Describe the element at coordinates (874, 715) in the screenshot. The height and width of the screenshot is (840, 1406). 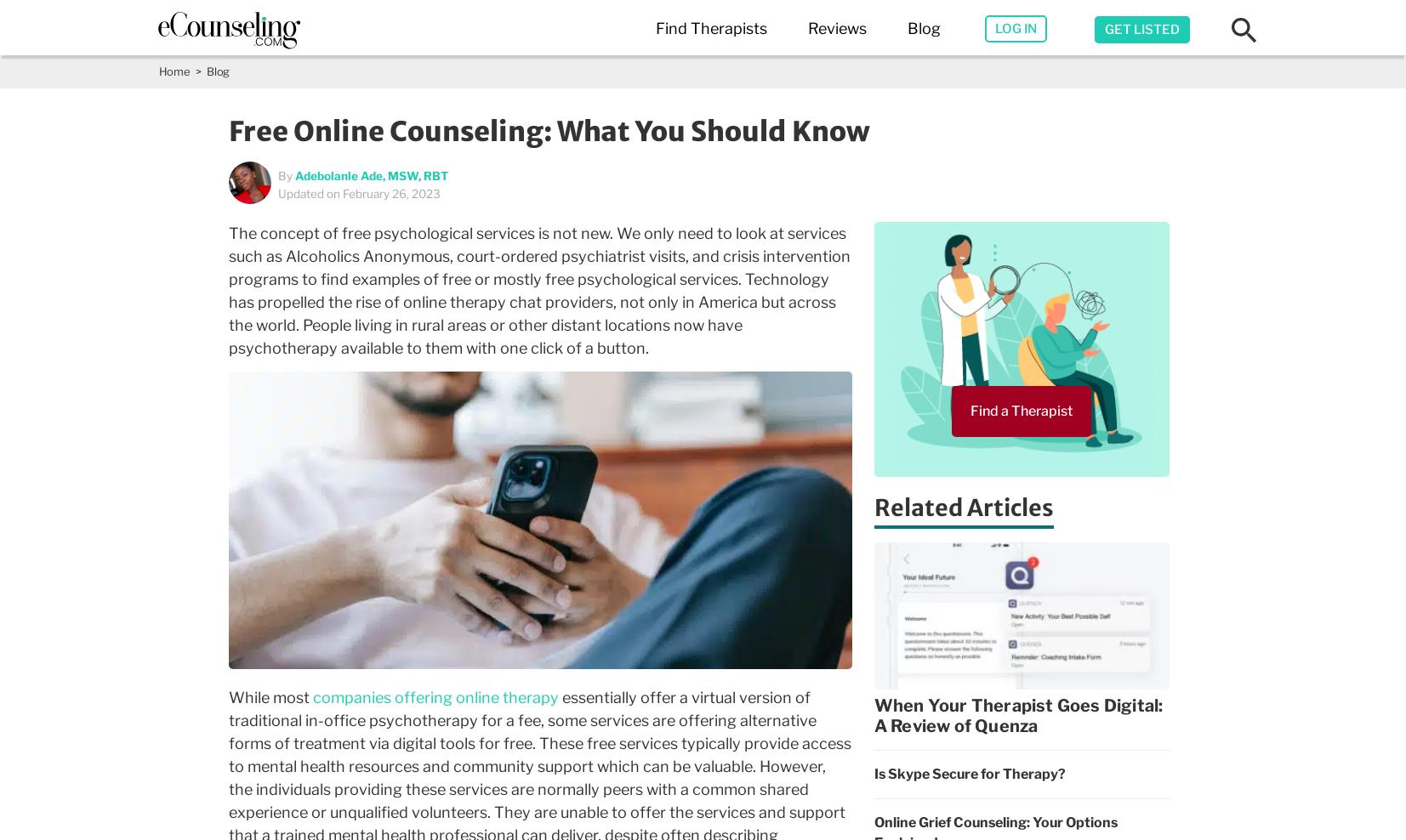
I see `'When Your Therapist Goes Digital: A Review of Quenza'` at that location.